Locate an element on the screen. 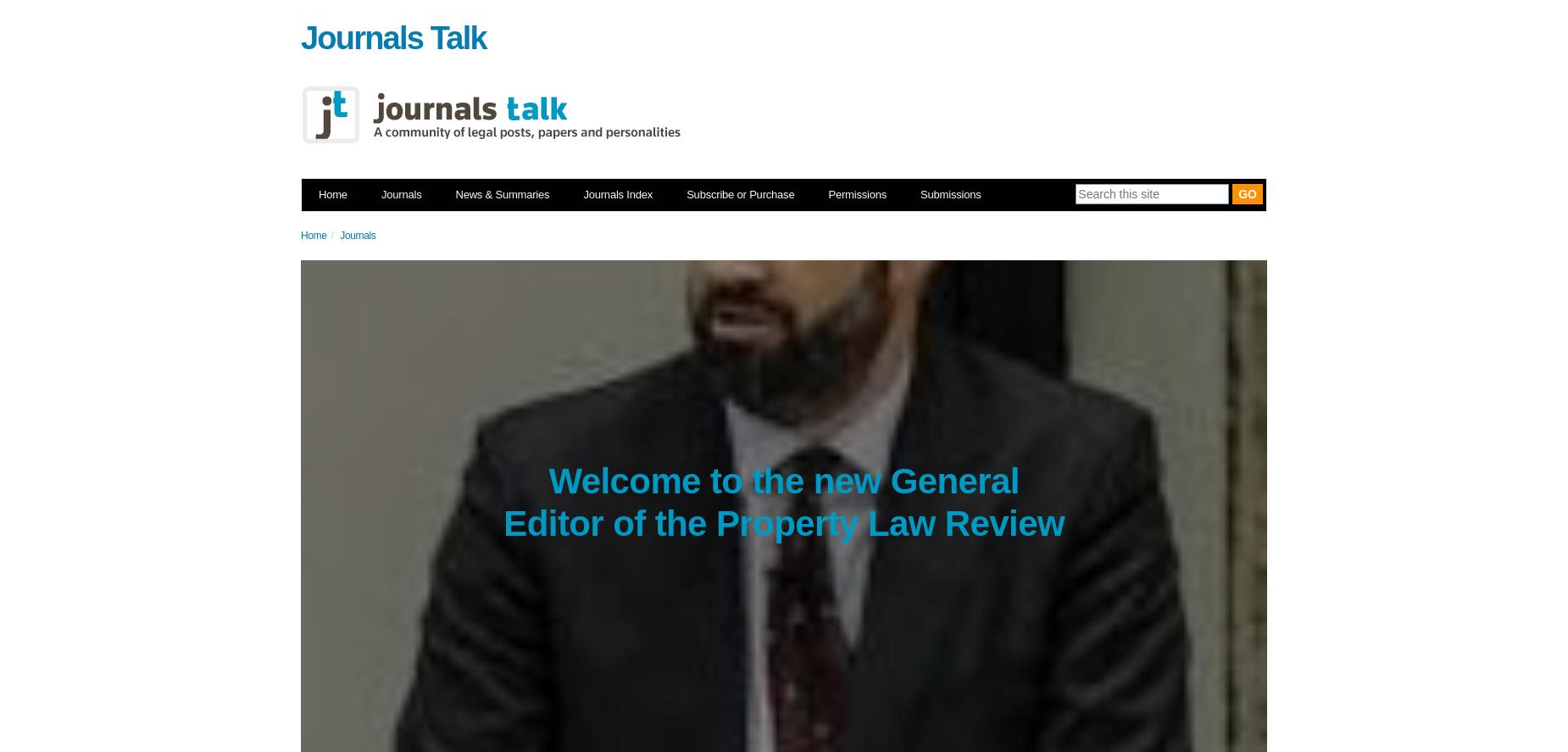 This screenshot has height=752, width=1568. 'Subscribe or Purchase' is located at coordinates (686, 194).